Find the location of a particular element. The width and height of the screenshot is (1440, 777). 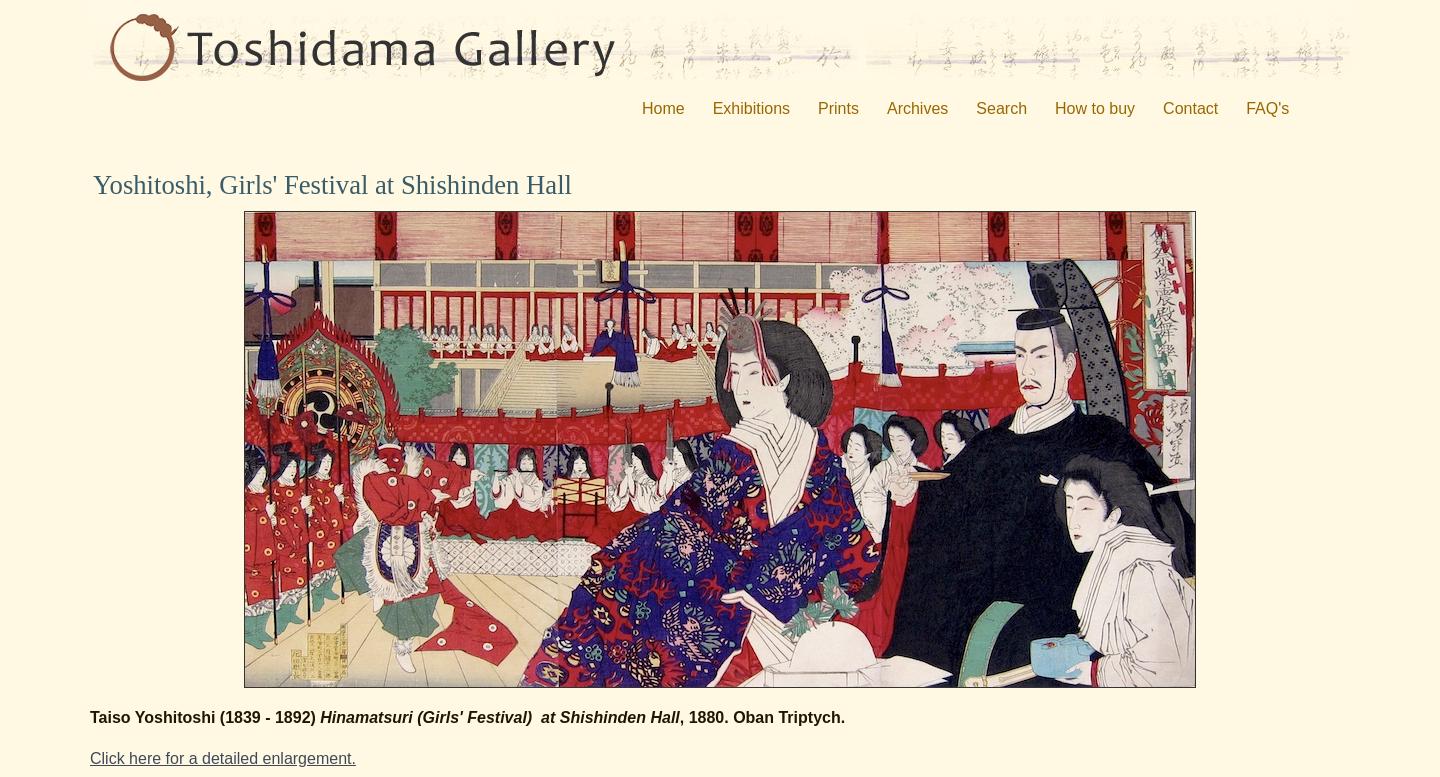

'Home' is located at coordinates (662, 107).